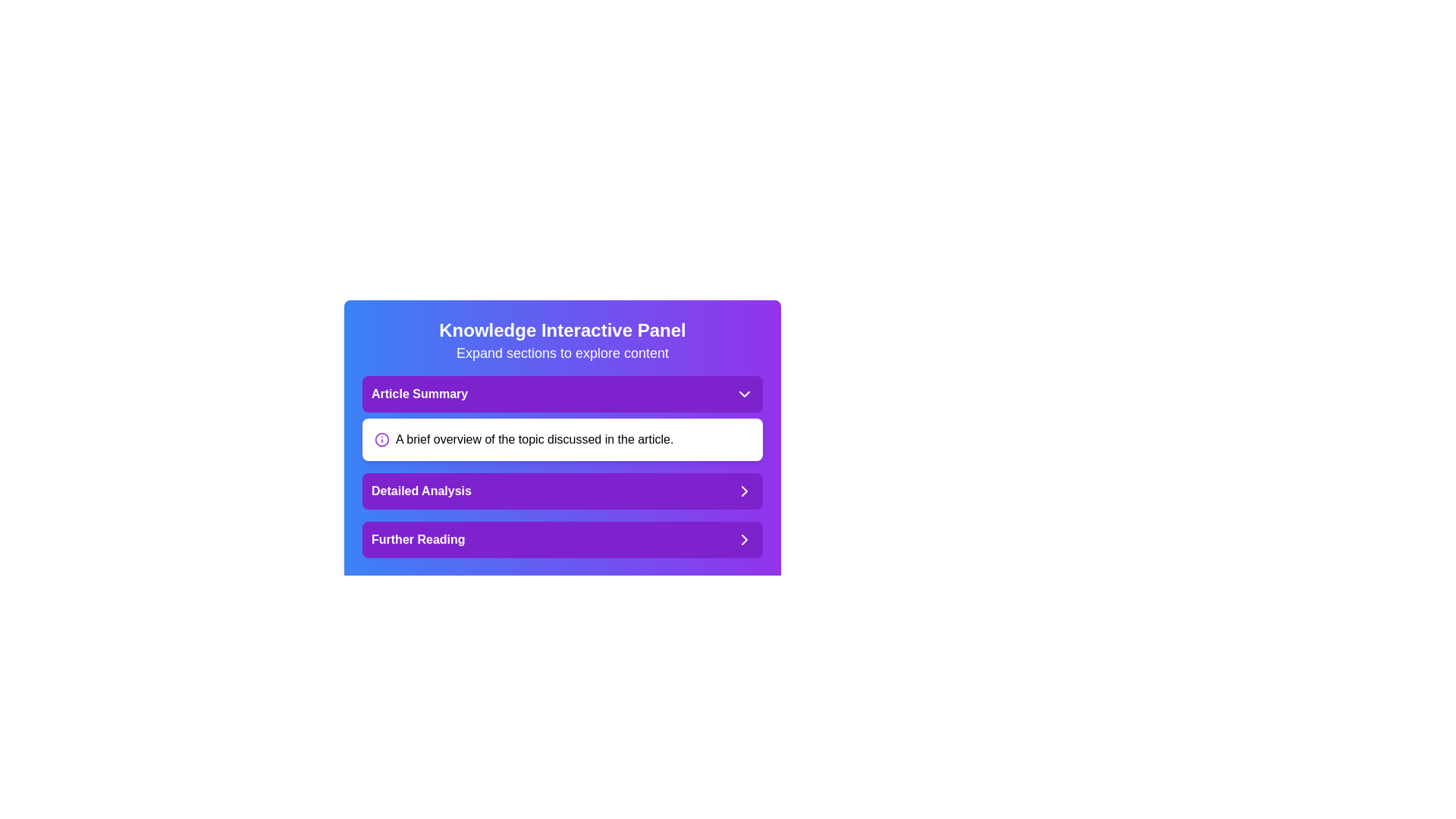 The image size is (1456, 819). What do you see at coordinates (562, 416) in the screenshot?
I see `the Section header with description in the 'Knowledge Interactive Panel'` at bounding box center [562, 416].